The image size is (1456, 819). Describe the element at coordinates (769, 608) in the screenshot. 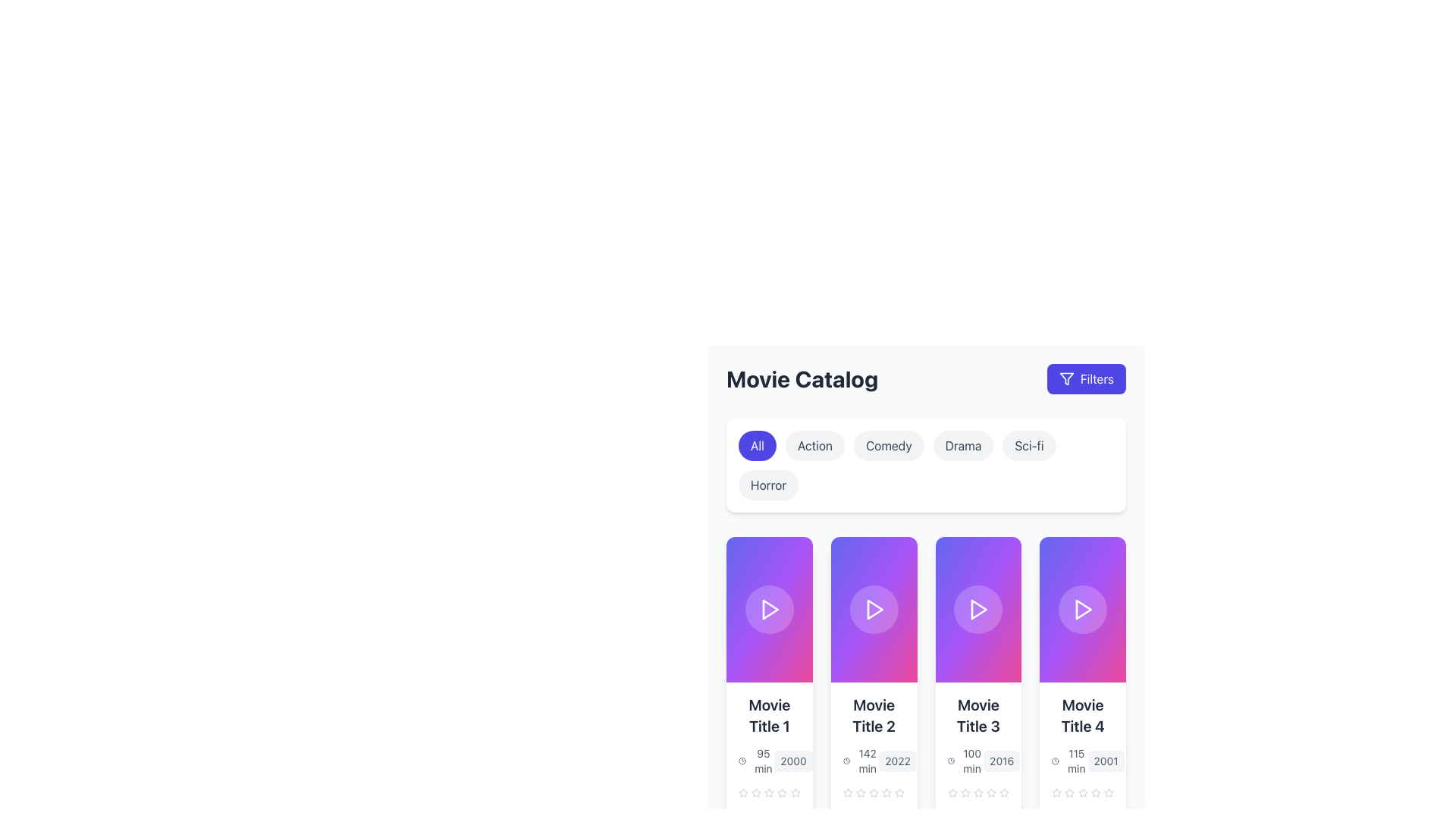

I see `the Play button icon located in the first card of the movie catalog carousel` at that location.